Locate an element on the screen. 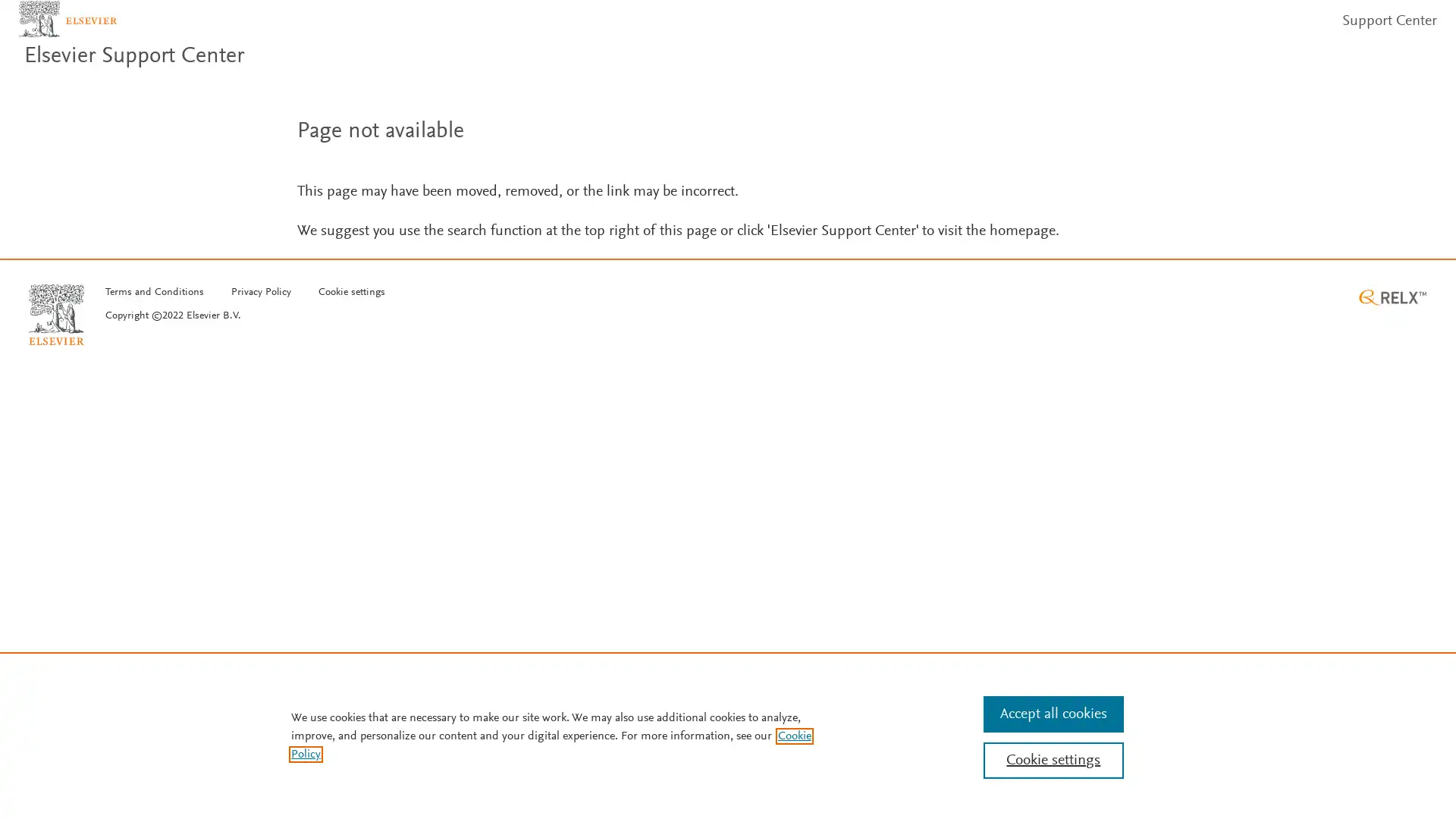 Image resolution: width=1456 pixels, height=819 pixels. Cookie settings is located at coordinates (1052, 760).